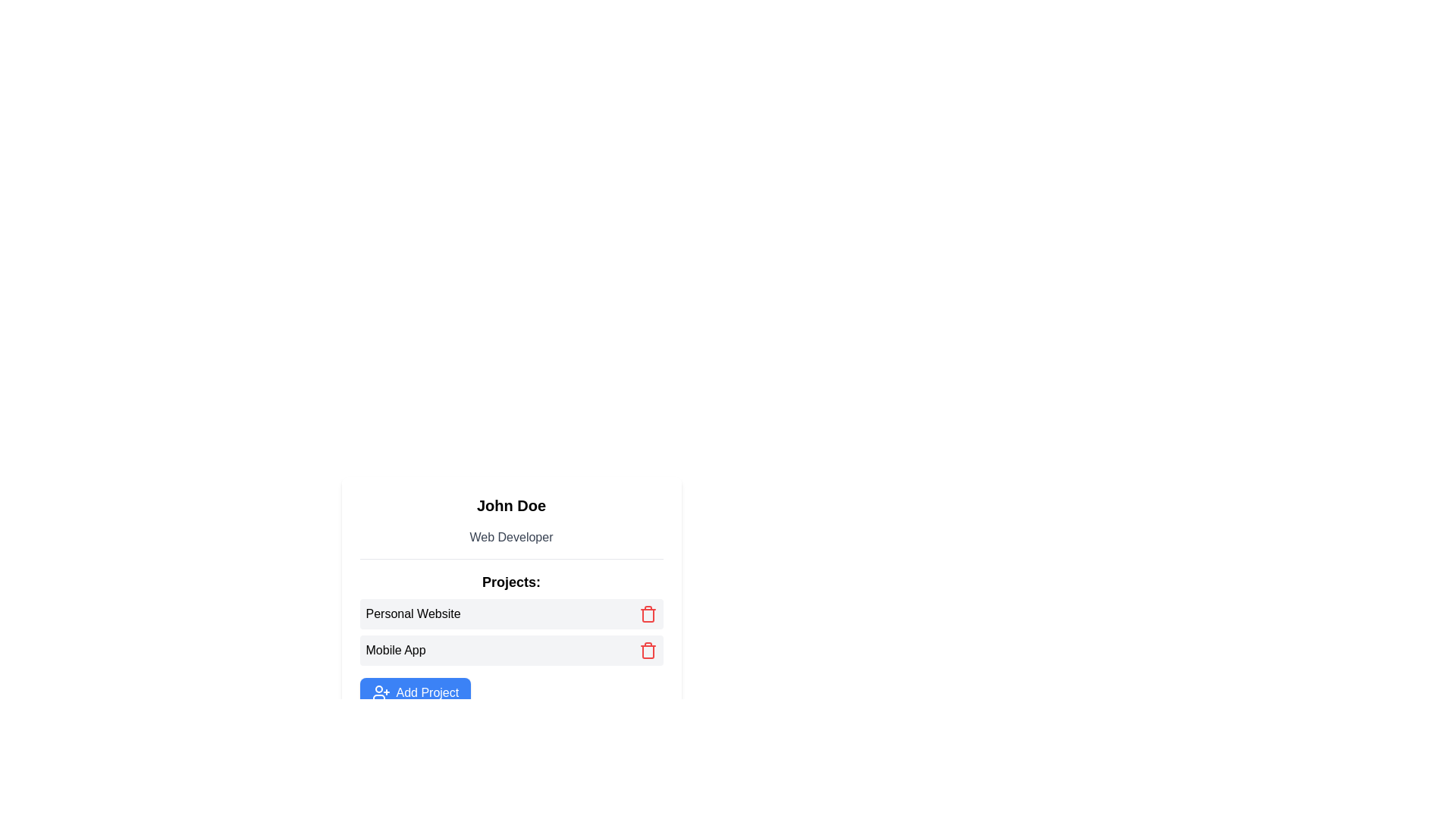  What do you see at coordinates (381, 693) in the screenshot?
I see `the icon on the left side of the 'Add Project' button to trigger a tooltip or visual feedback` at bounding box center [381, 693].